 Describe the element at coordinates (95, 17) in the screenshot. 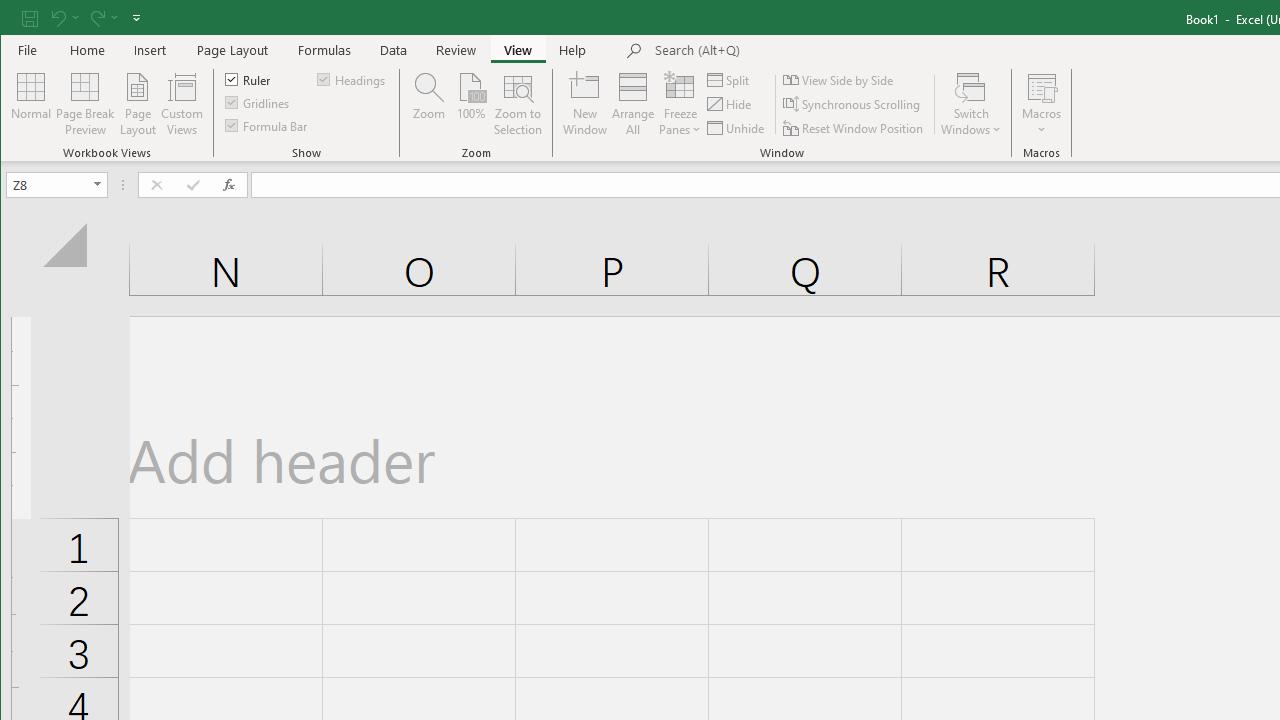

I see `'Redo'` at that location.